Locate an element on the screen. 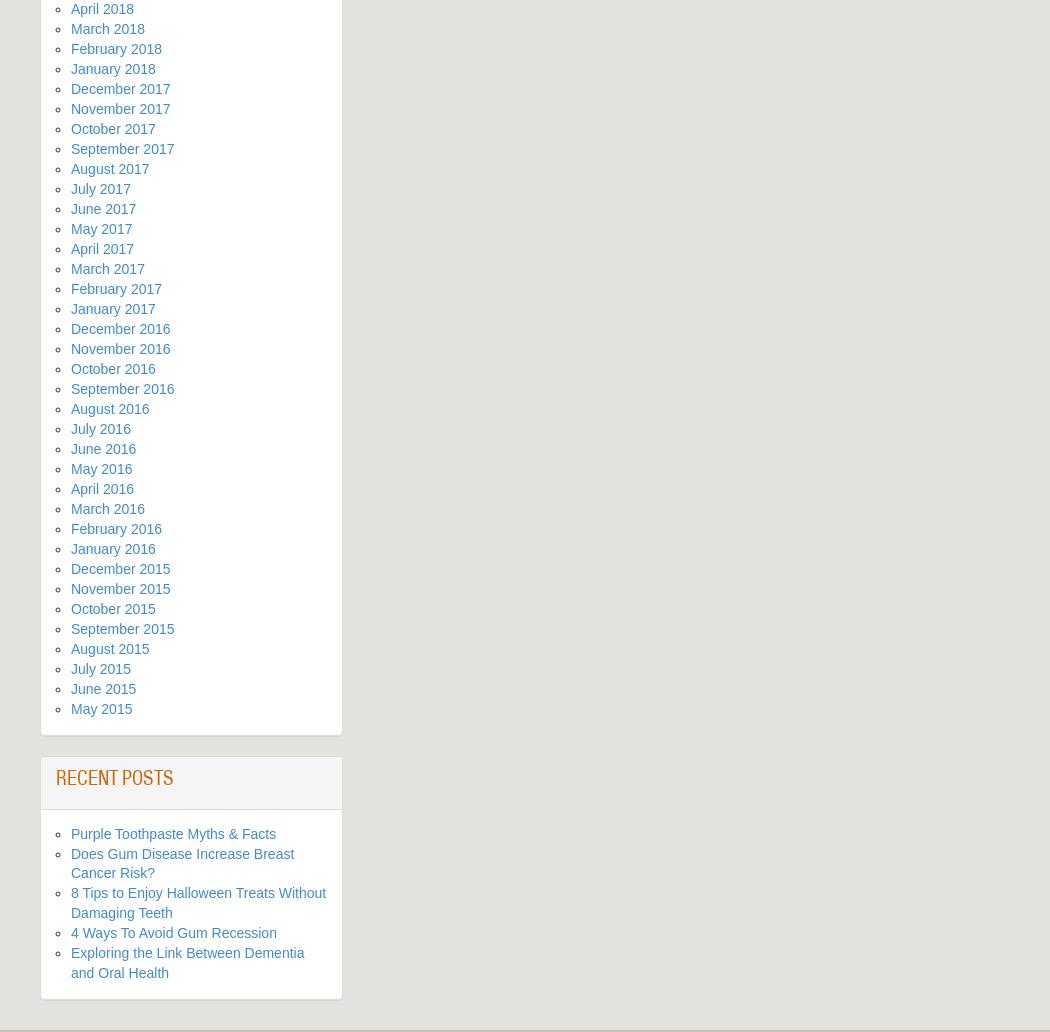  'December 2017' is located at coordinates (119, 88).